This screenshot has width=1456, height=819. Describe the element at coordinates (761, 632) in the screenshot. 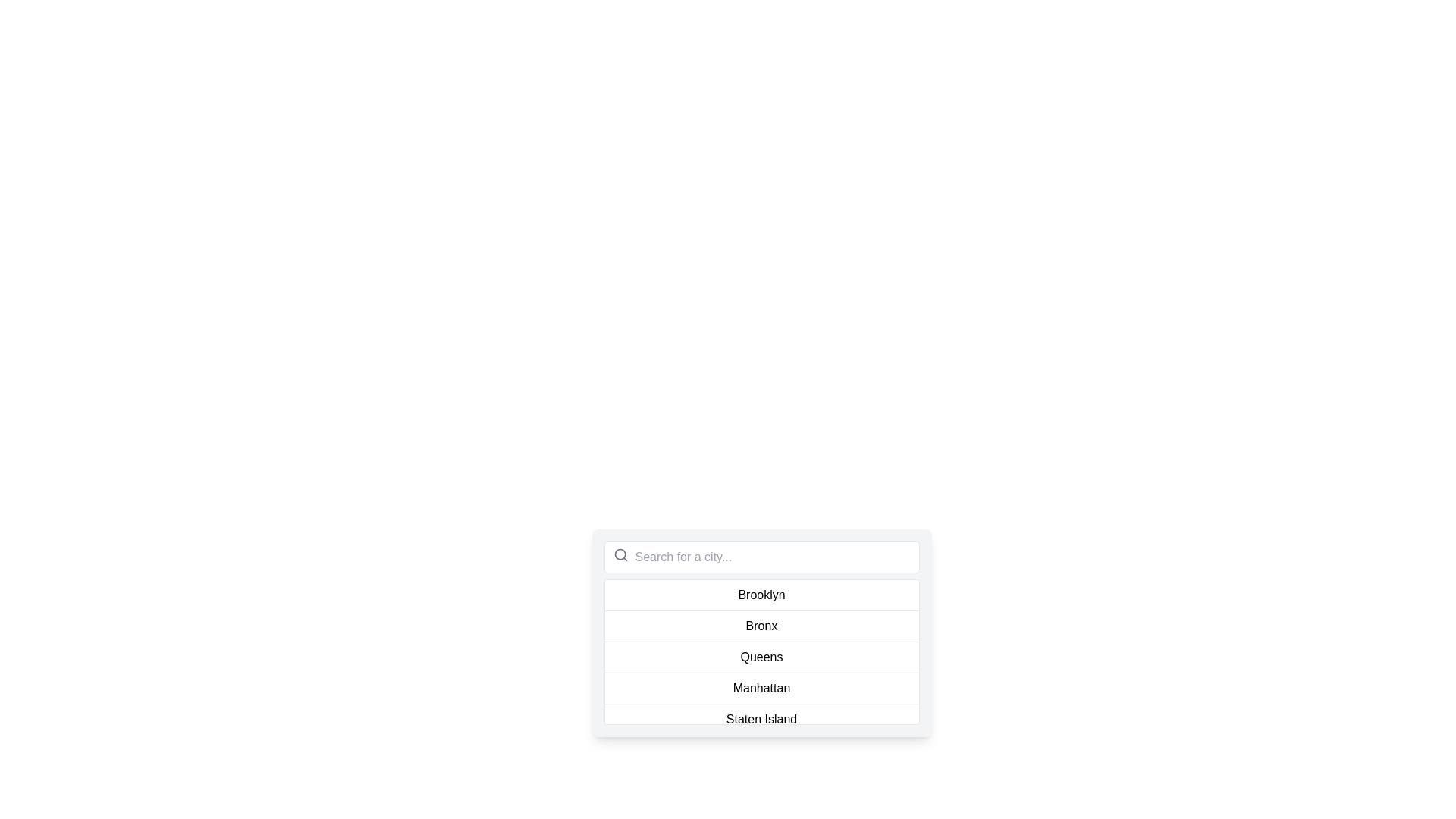

I see `the selectable list item reading 'Bronx', which is the second item in the vertical list beneath the search bar` at that location.